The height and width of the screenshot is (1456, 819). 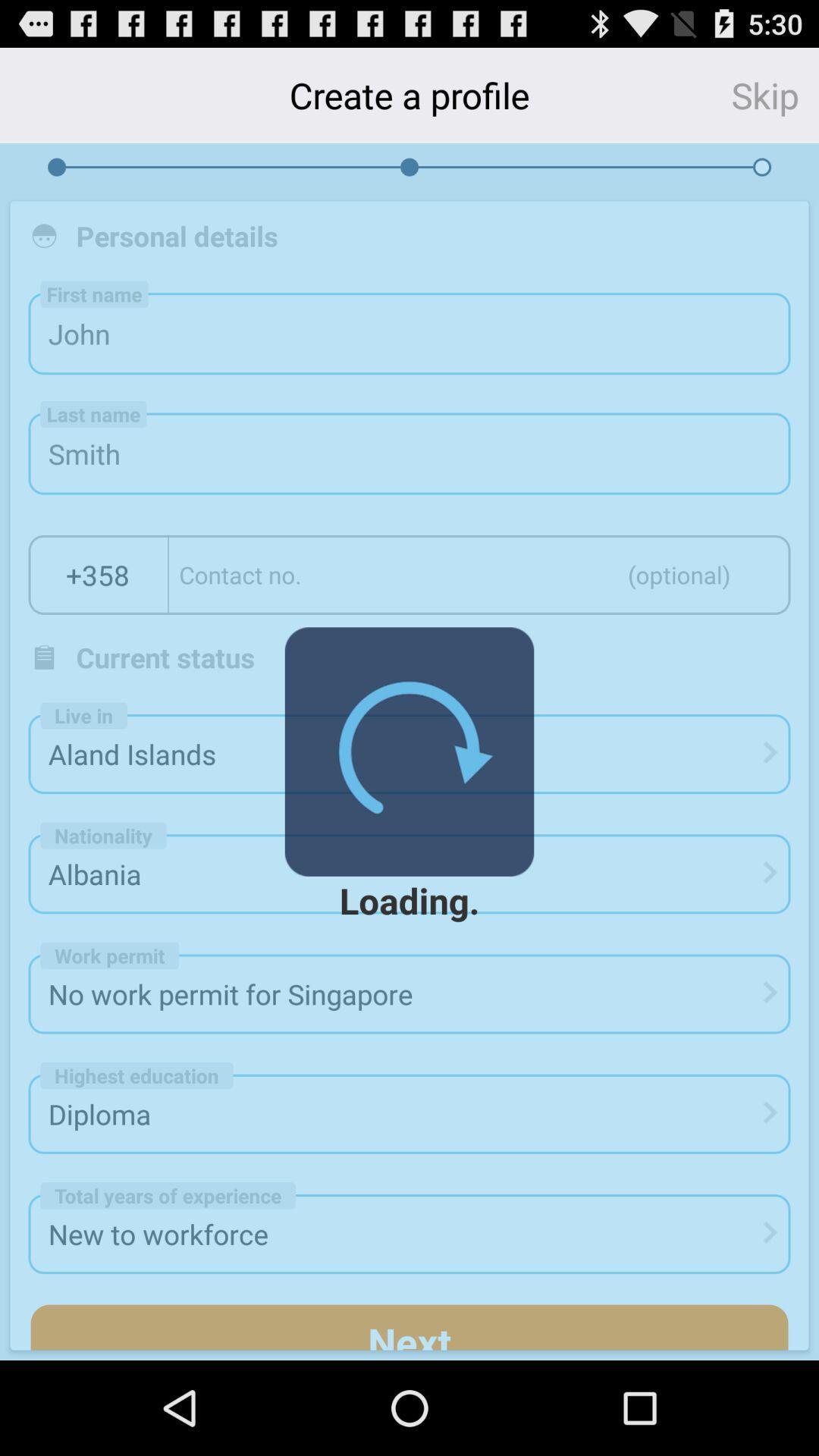 I want to click on contact number, so click(x=479, y=574).